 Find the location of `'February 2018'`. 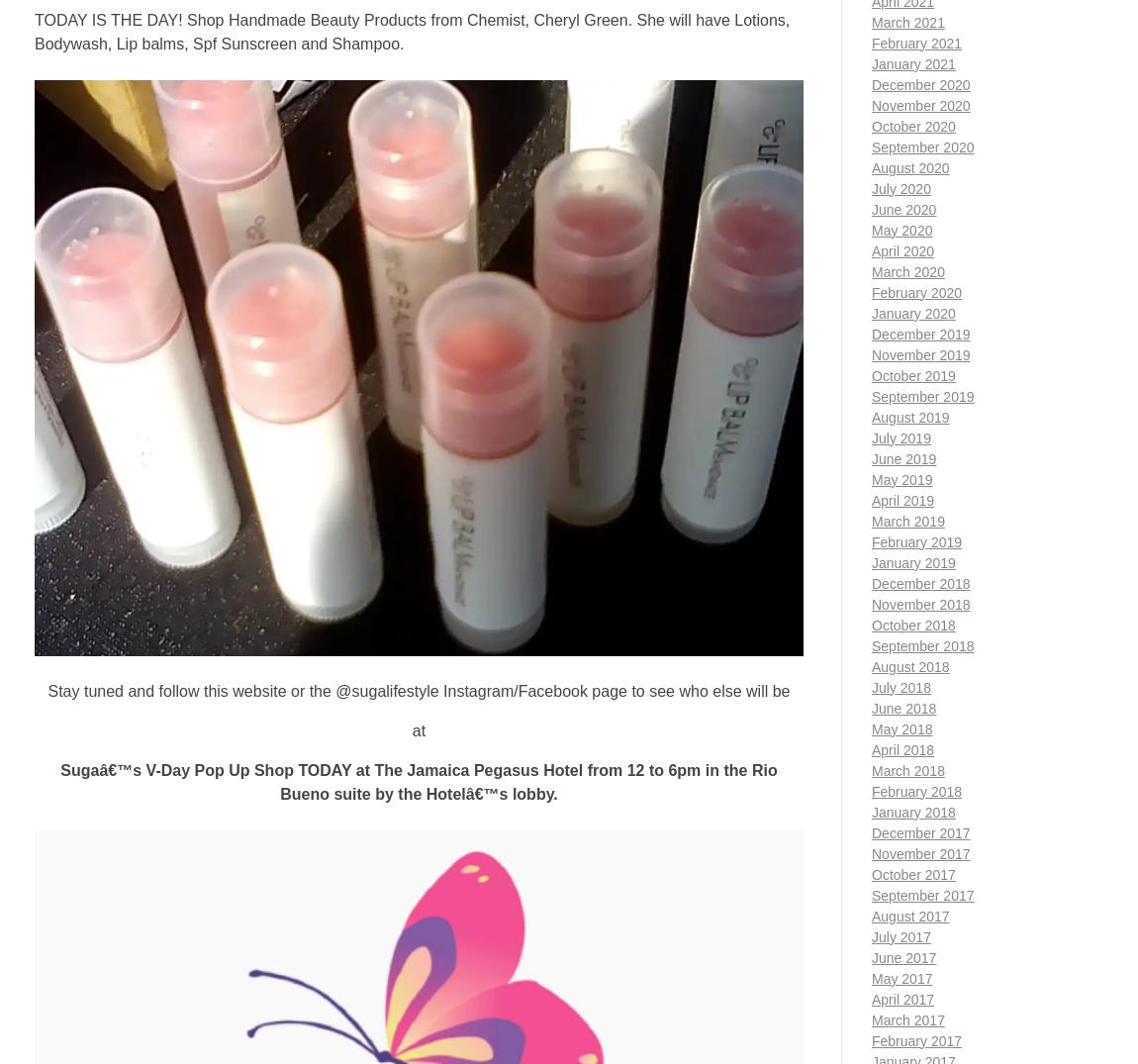

'February 2018' is located at coordinates (916, 790).